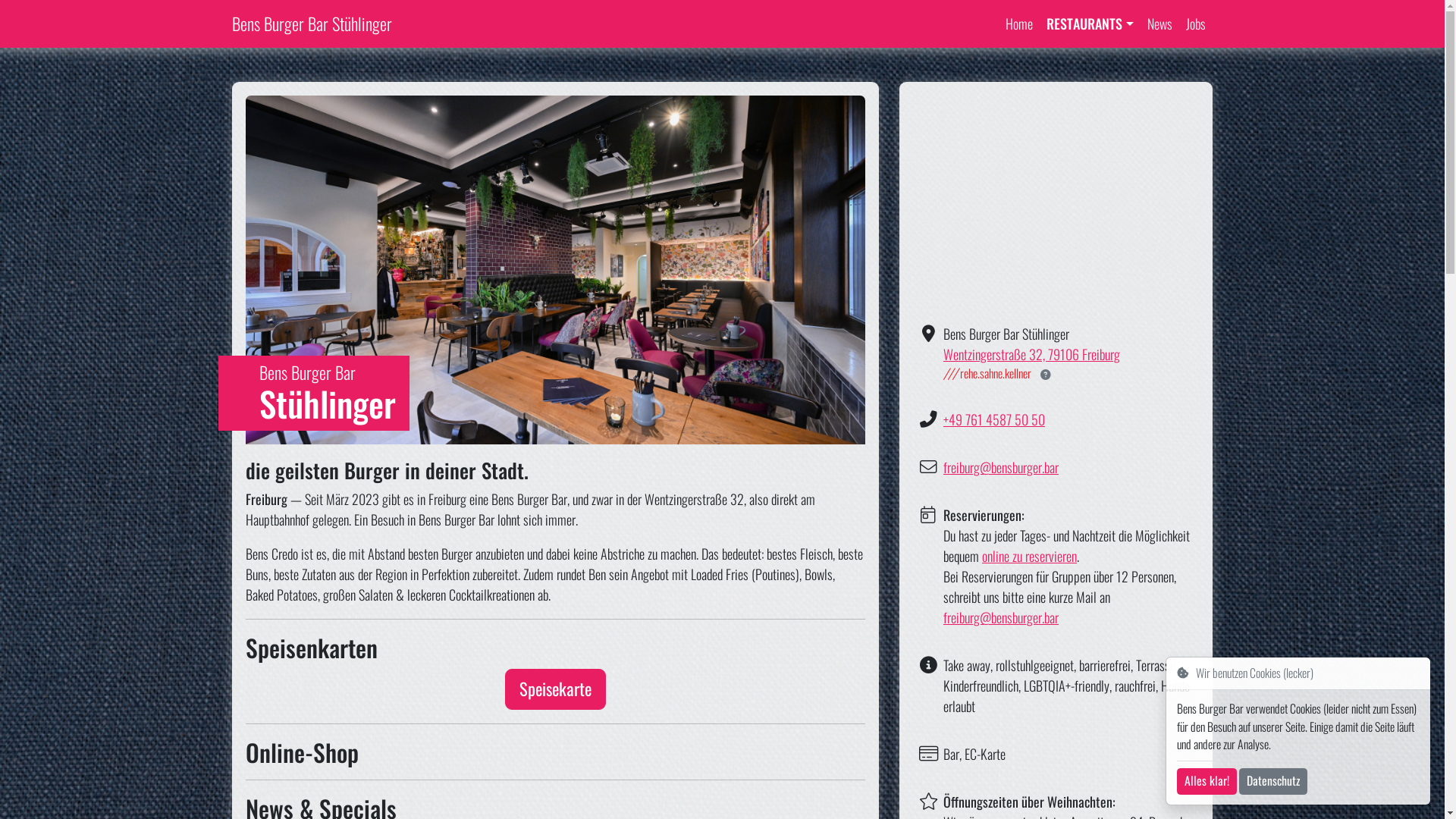 This screenshot has width=1456, height=819. What do you see at coordinates (1029, 555) in the screenshot?
I see `'online zu reservieren'` at bounding box center [1029, 555].